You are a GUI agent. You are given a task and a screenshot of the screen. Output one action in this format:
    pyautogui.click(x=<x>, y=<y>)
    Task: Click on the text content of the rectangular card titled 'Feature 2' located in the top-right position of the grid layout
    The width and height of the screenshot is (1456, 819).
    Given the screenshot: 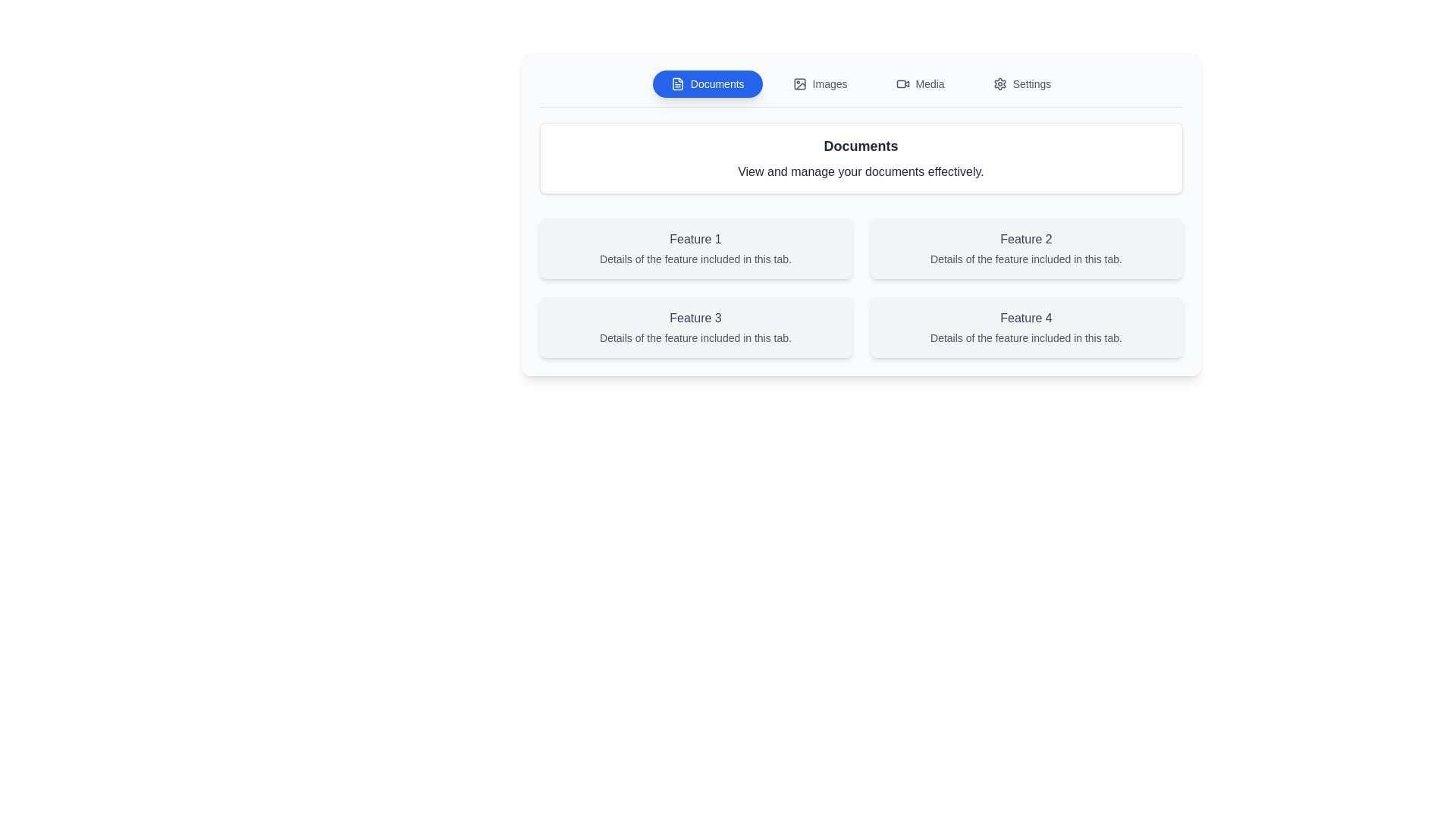 What is the action you would take?
    pyautogui.click(x=1026, y=247)
    